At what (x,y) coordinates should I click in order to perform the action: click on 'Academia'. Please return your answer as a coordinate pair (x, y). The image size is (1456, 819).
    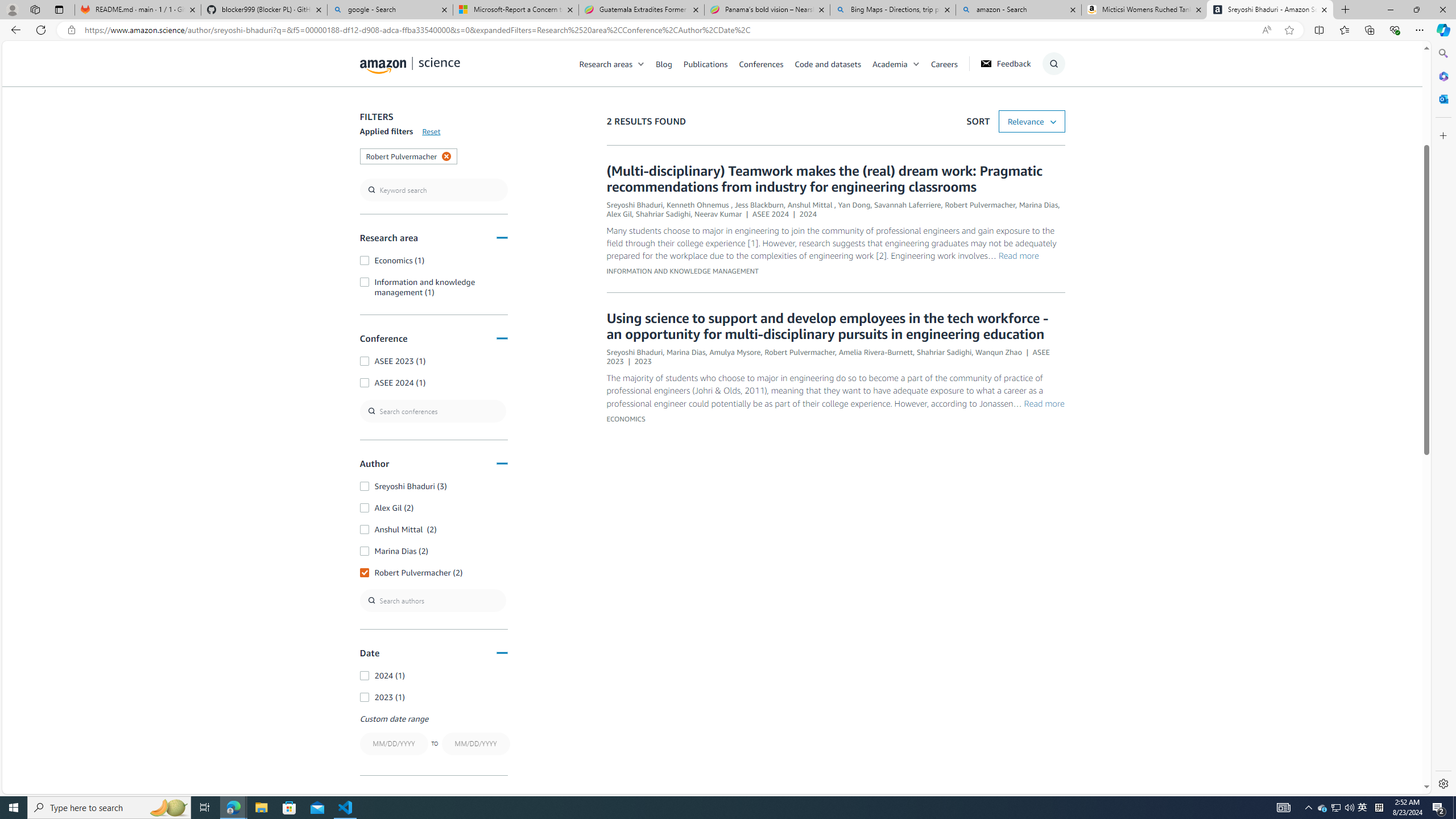
    Looking at the image, I should click on (900, 63).